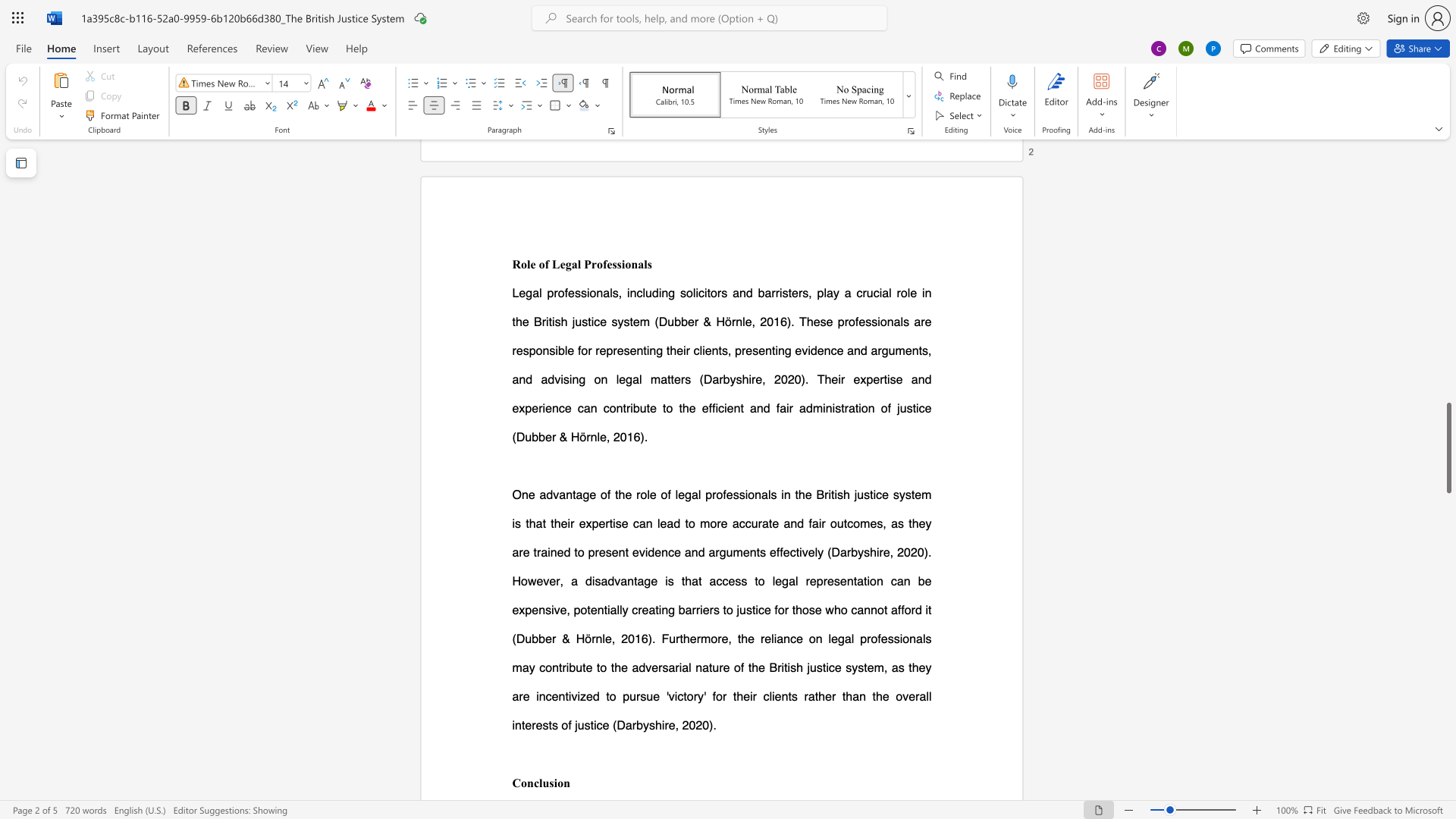 The height and width of the screenshot is (819, 1456). I want to click on the scrollbar to move the page up, so click(1448, 242).